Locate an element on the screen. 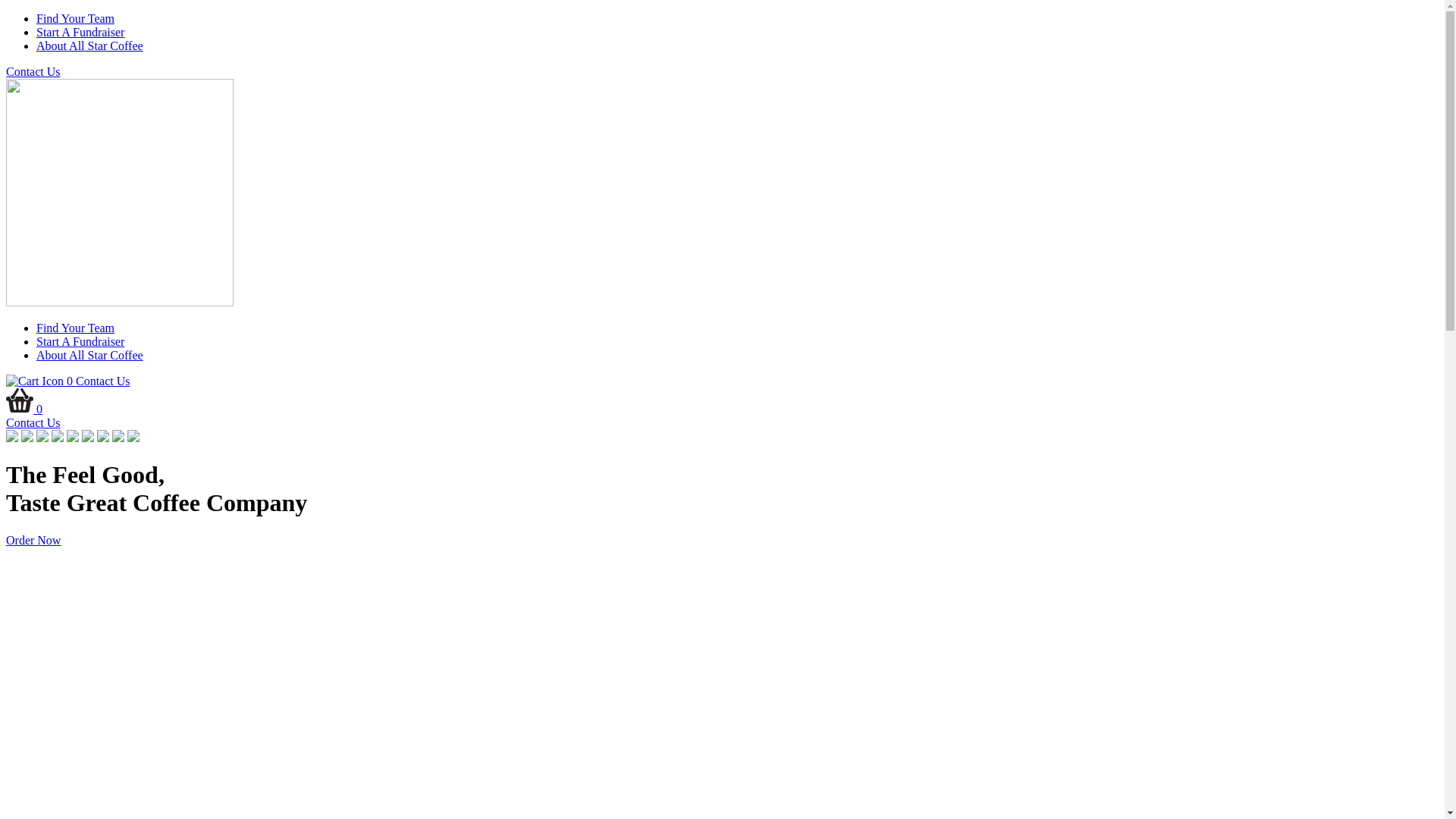 The height and width of the screenshot is (819, 1456). '0' is located at coordinates (24, 408).